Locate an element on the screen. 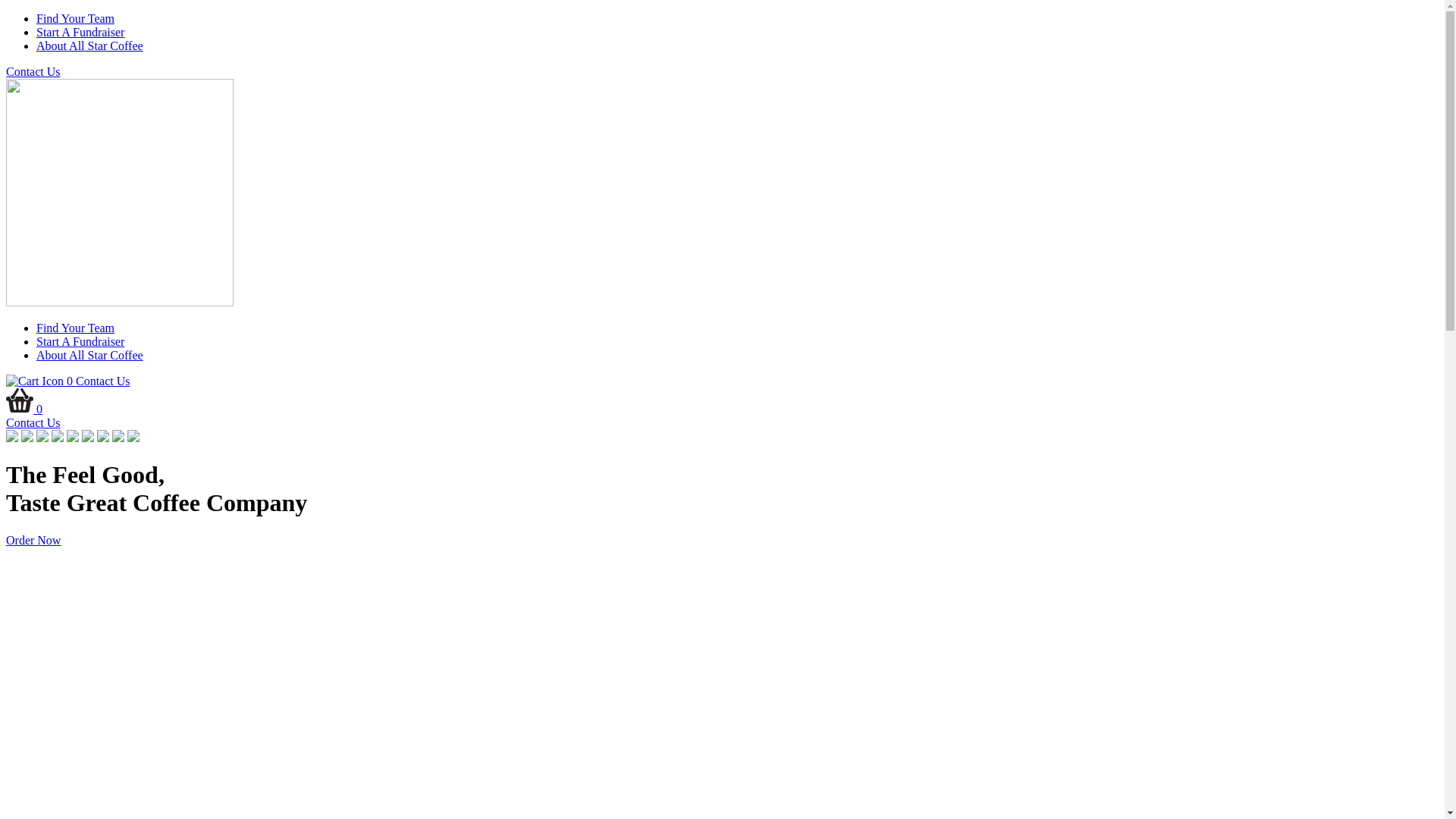 The height and width of the screenshot is (819, 1456). '0' is located at coordinates (24, 408).